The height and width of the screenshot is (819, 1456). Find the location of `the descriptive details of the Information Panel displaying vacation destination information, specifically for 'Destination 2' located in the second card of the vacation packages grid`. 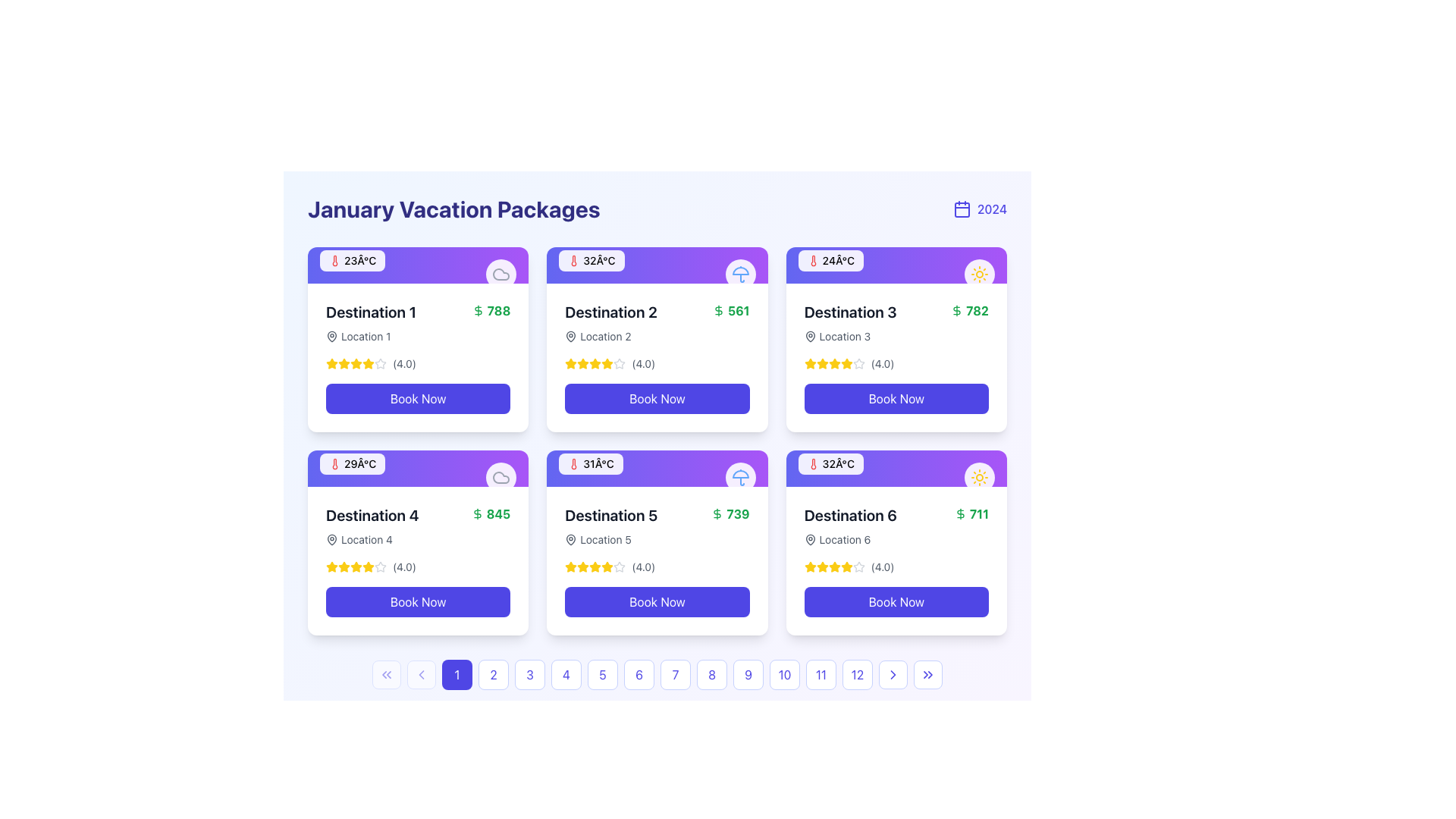

the descriptive details of the Information Panel displaying vacation destination information, specifically for 'Destination 2' located in the second card of the vacation packages grid is located at coordinates (657, 357).